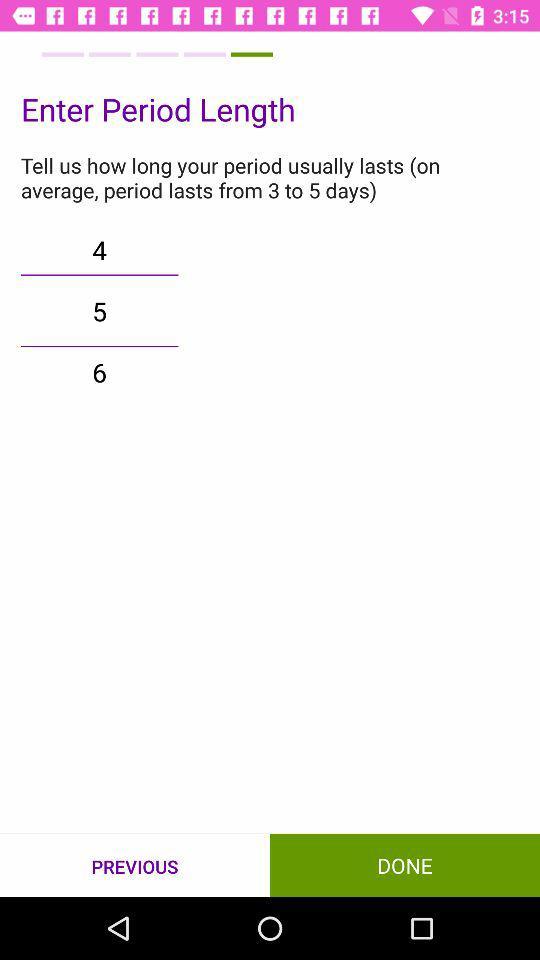  Describe the element at coordinates (135, 865) in the screenshot. I see `the item next to the done` at that location.